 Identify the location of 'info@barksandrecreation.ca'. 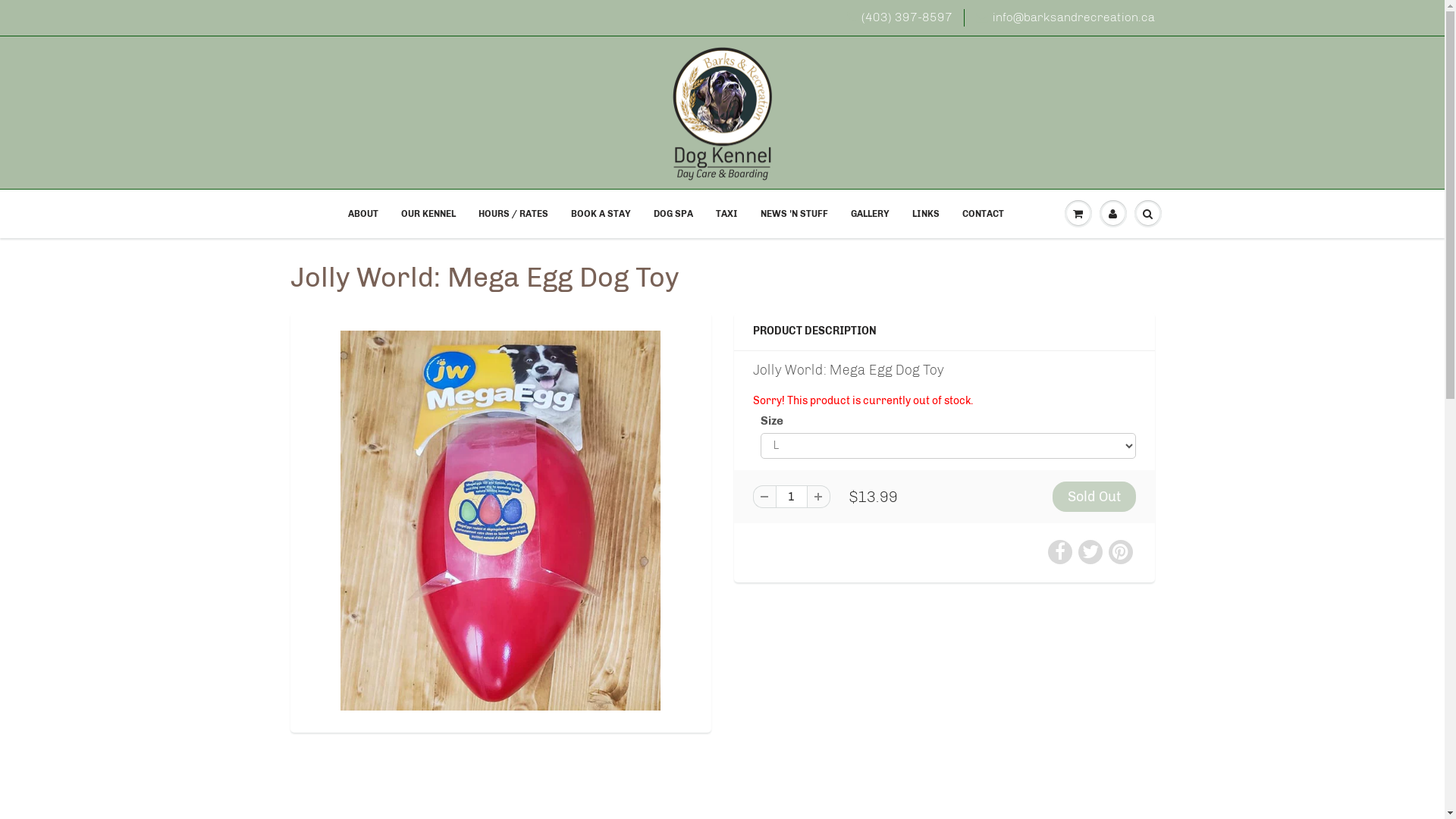
(1063, 17).